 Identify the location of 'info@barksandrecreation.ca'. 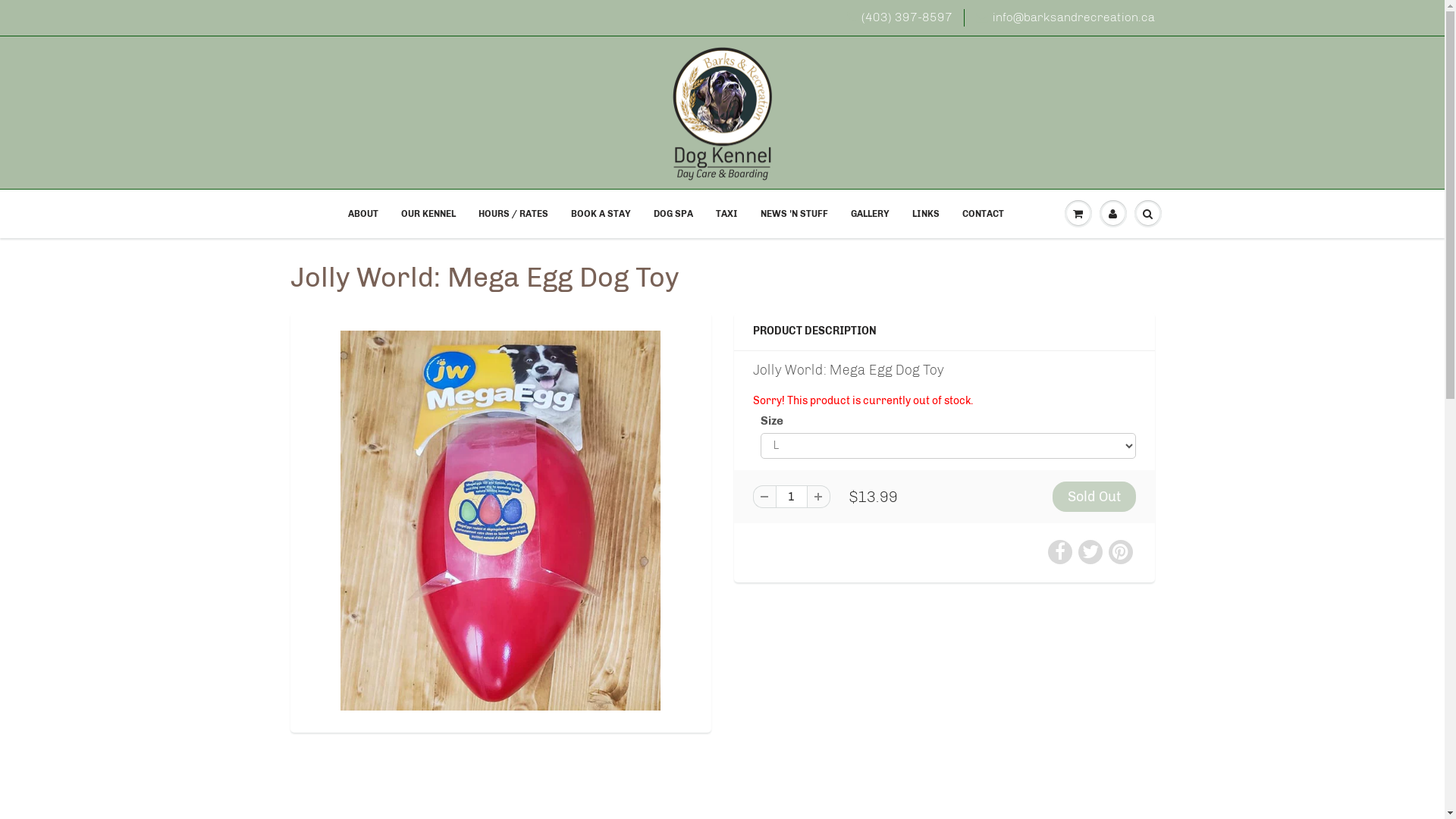
(1063, 17).